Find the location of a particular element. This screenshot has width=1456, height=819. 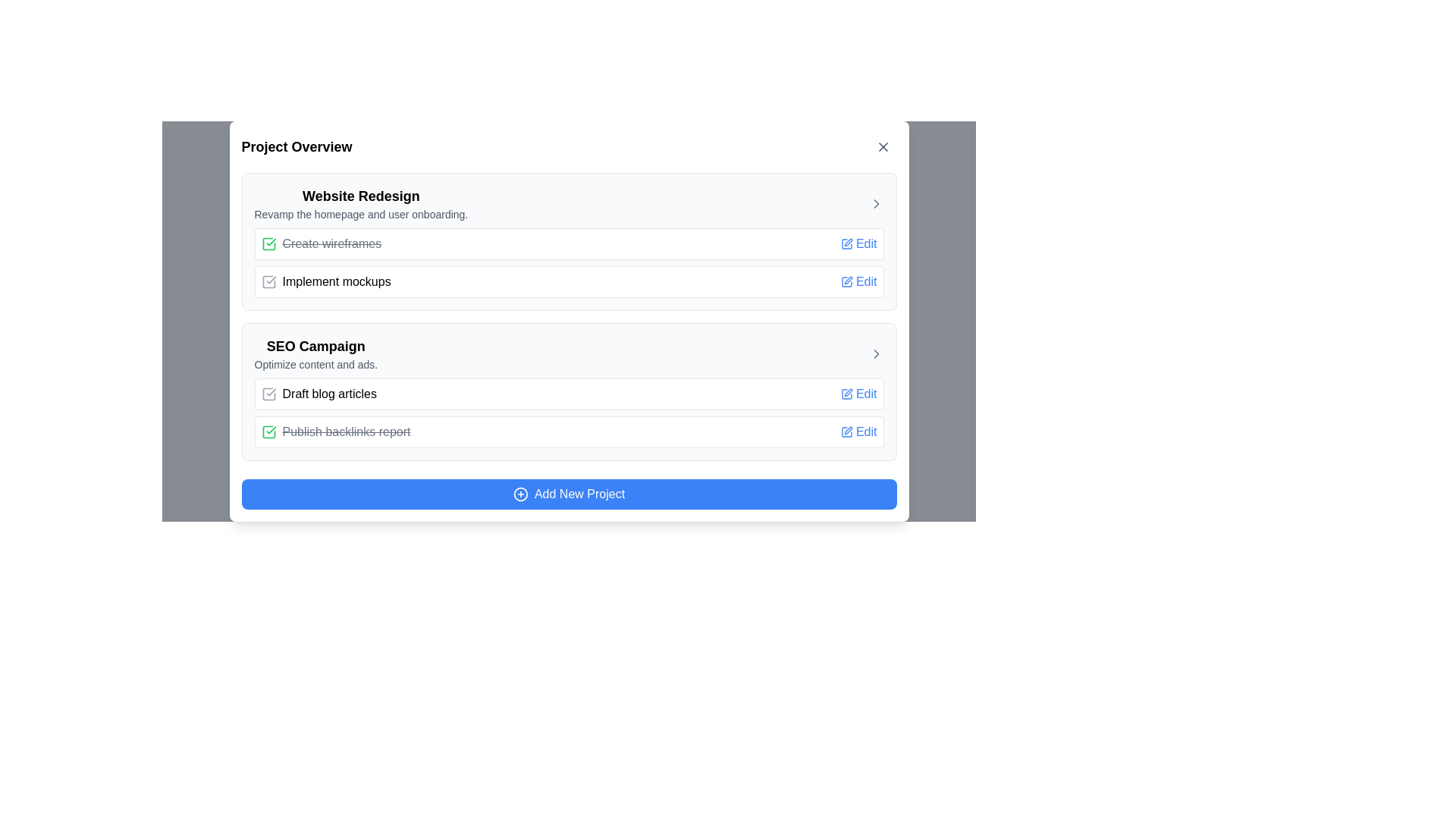

the checkboxes within the 'Website Redesign' project panel to mark tasks as completed is located at coordinates (568, 241).